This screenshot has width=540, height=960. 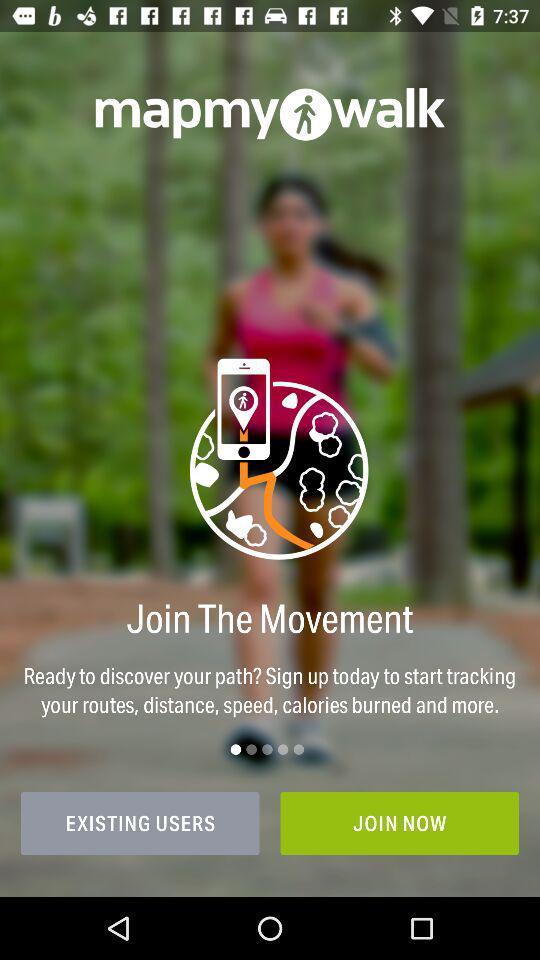 What do you see at coordinates (399, 823) in the screenshot?
I see `the join now` at bounding box center [399, 823].